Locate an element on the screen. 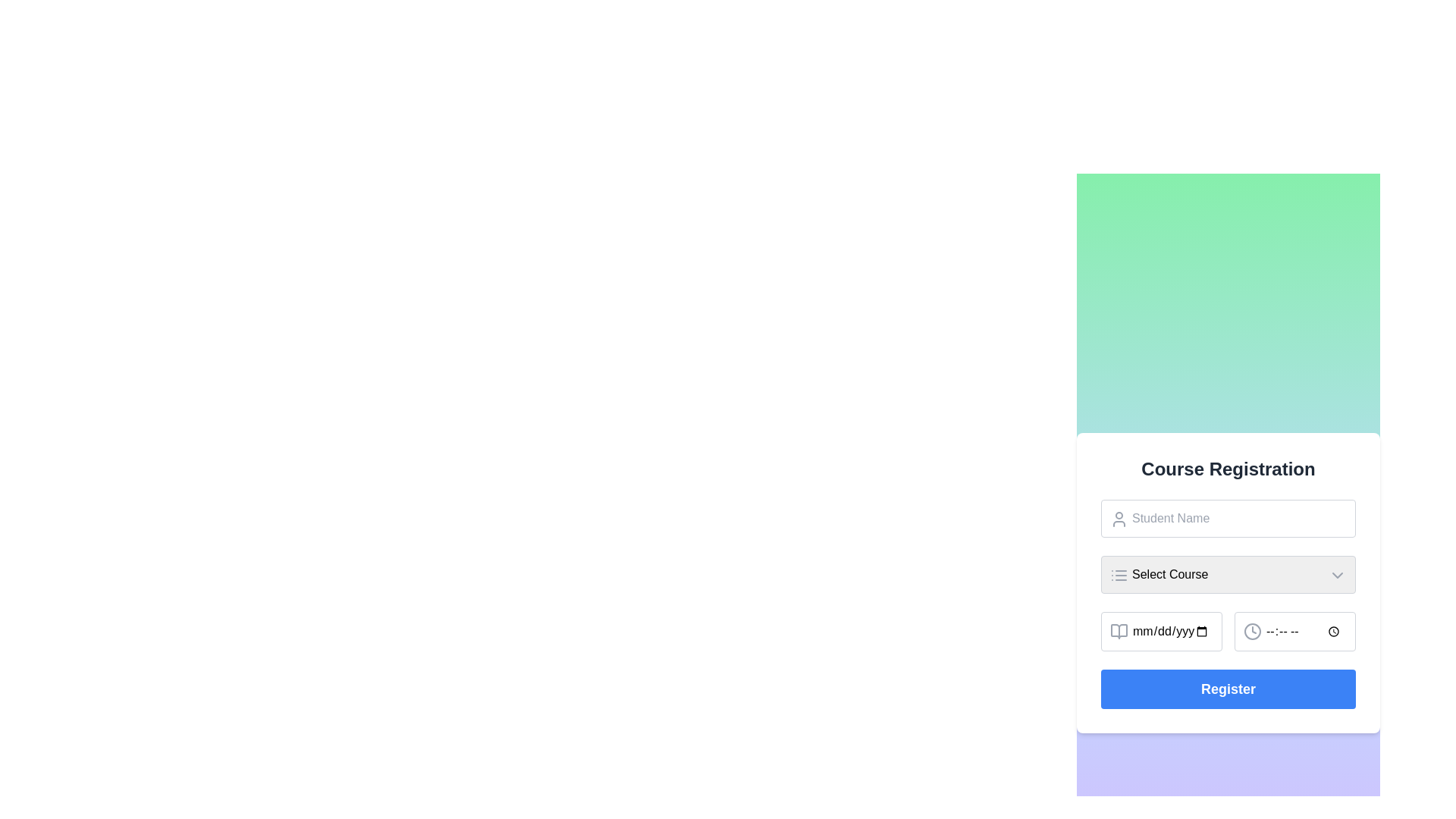  the 'Submit' button located at the bottom of the 'Course Registration' form is located at coordinates (1228, 689).